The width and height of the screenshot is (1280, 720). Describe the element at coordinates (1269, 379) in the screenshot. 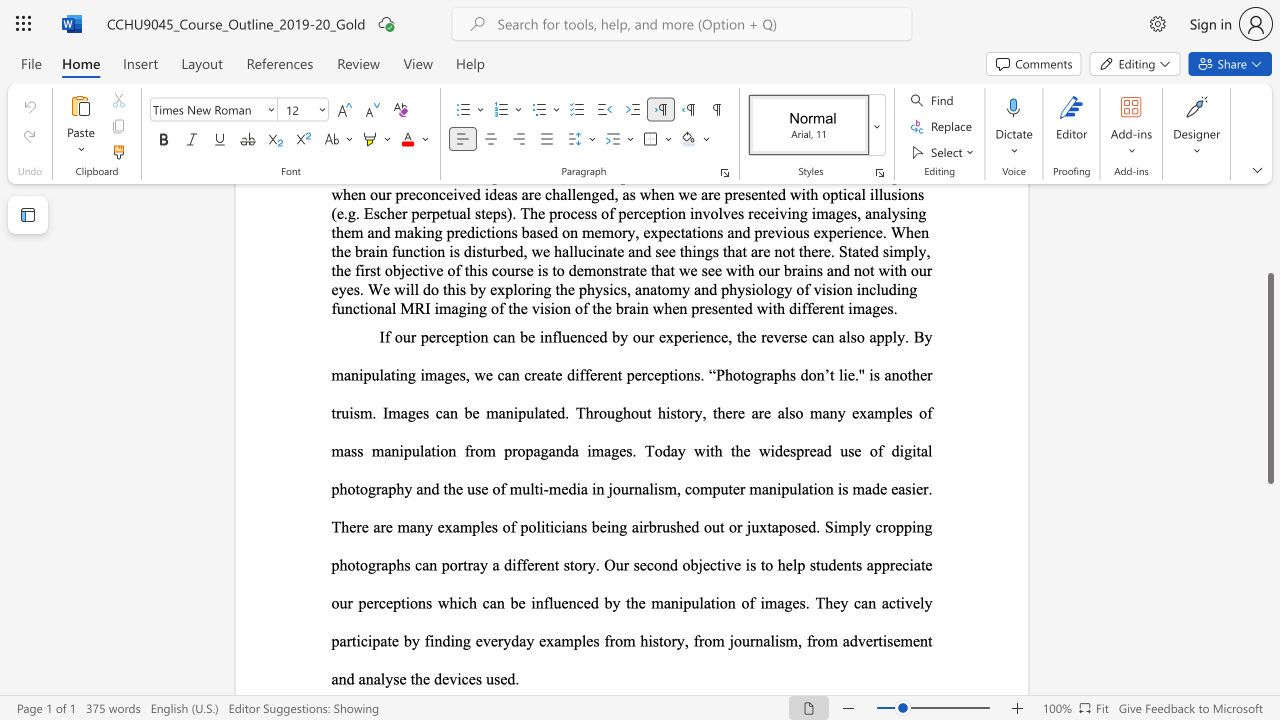

I see `the scrollbar and move down 180 pixels` at that location.